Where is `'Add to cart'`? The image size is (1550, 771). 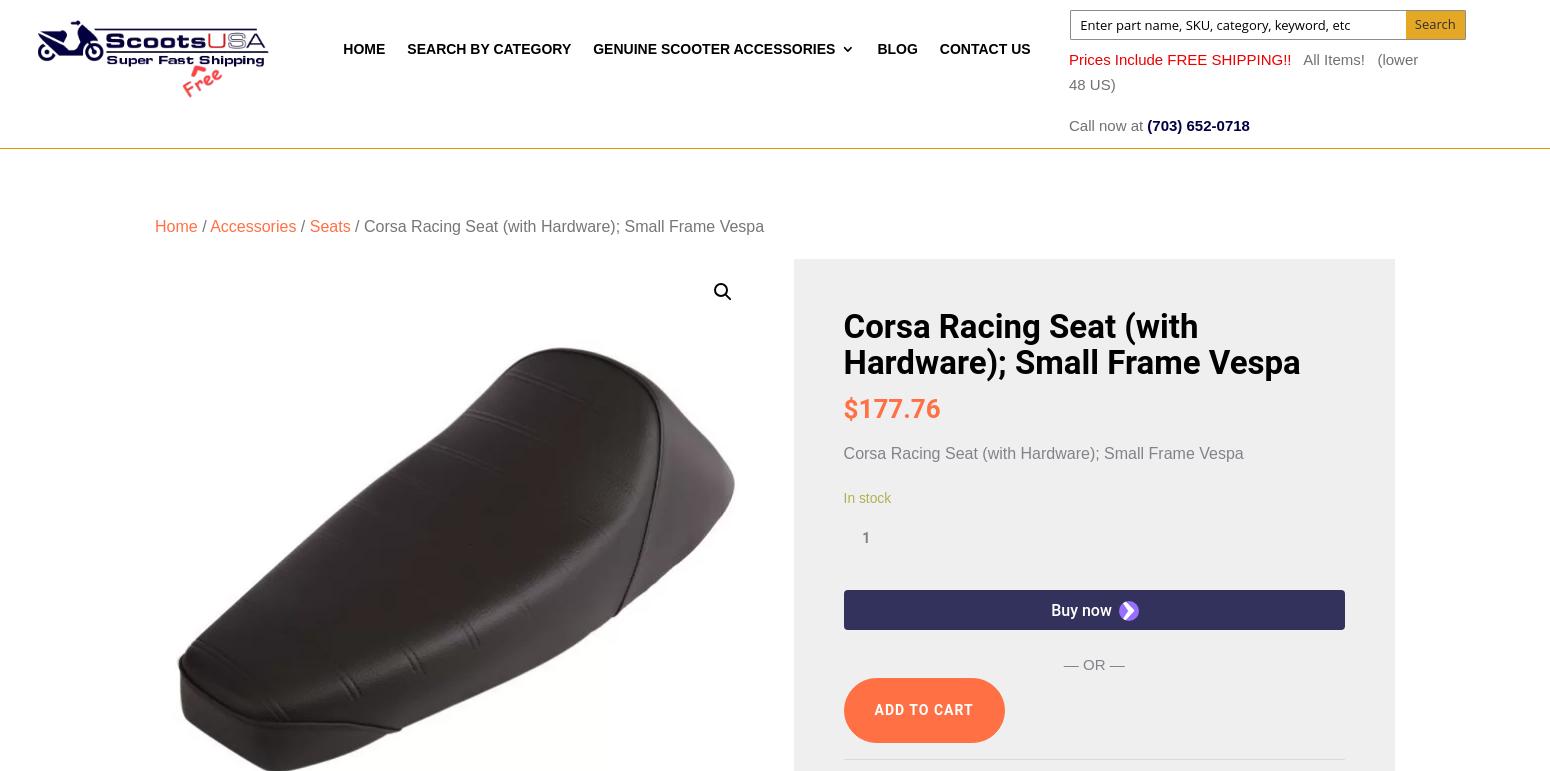 'Add to cart' is located at coordinates (923, 708).